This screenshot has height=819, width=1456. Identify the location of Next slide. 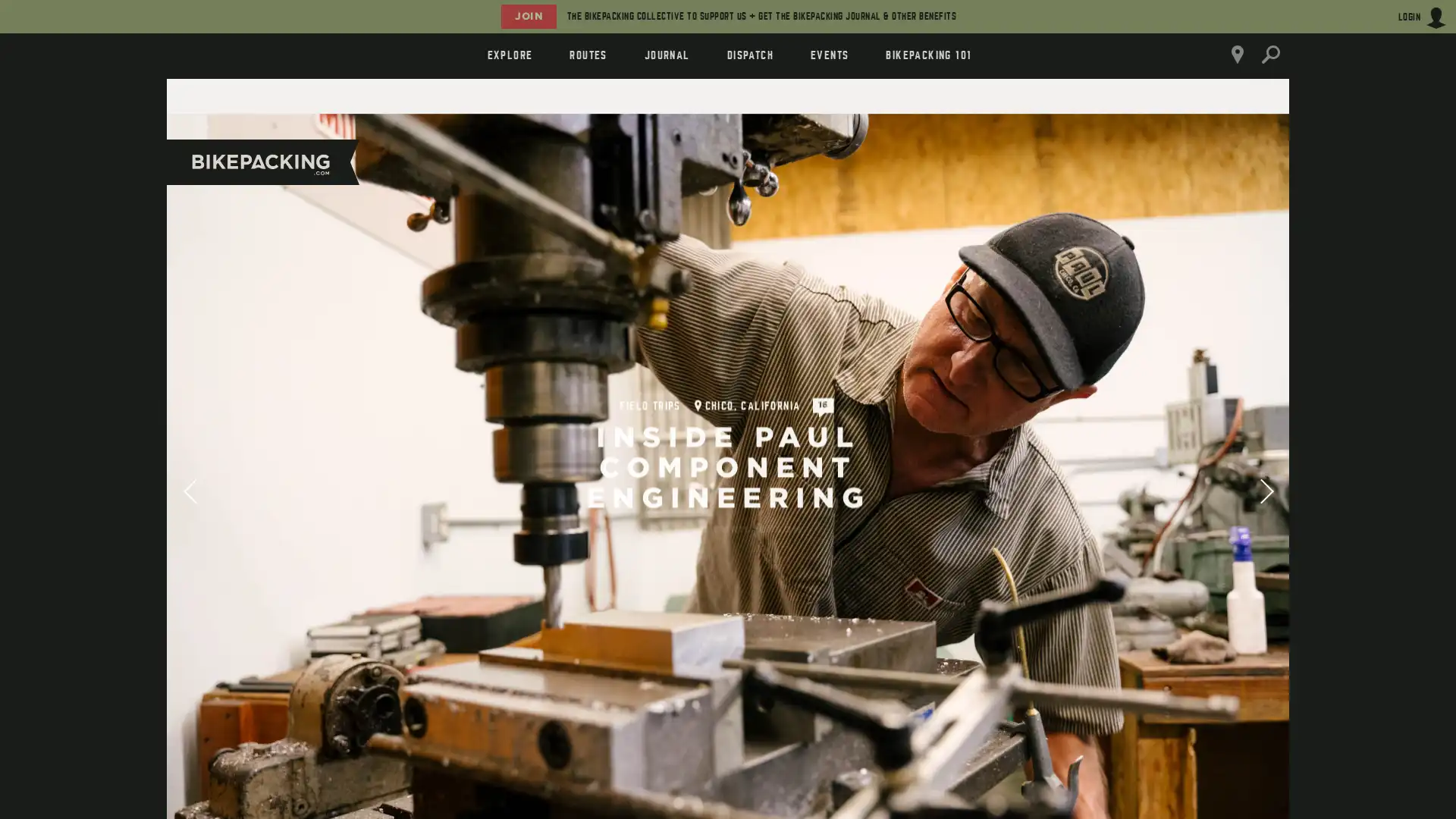
(1266, 488).